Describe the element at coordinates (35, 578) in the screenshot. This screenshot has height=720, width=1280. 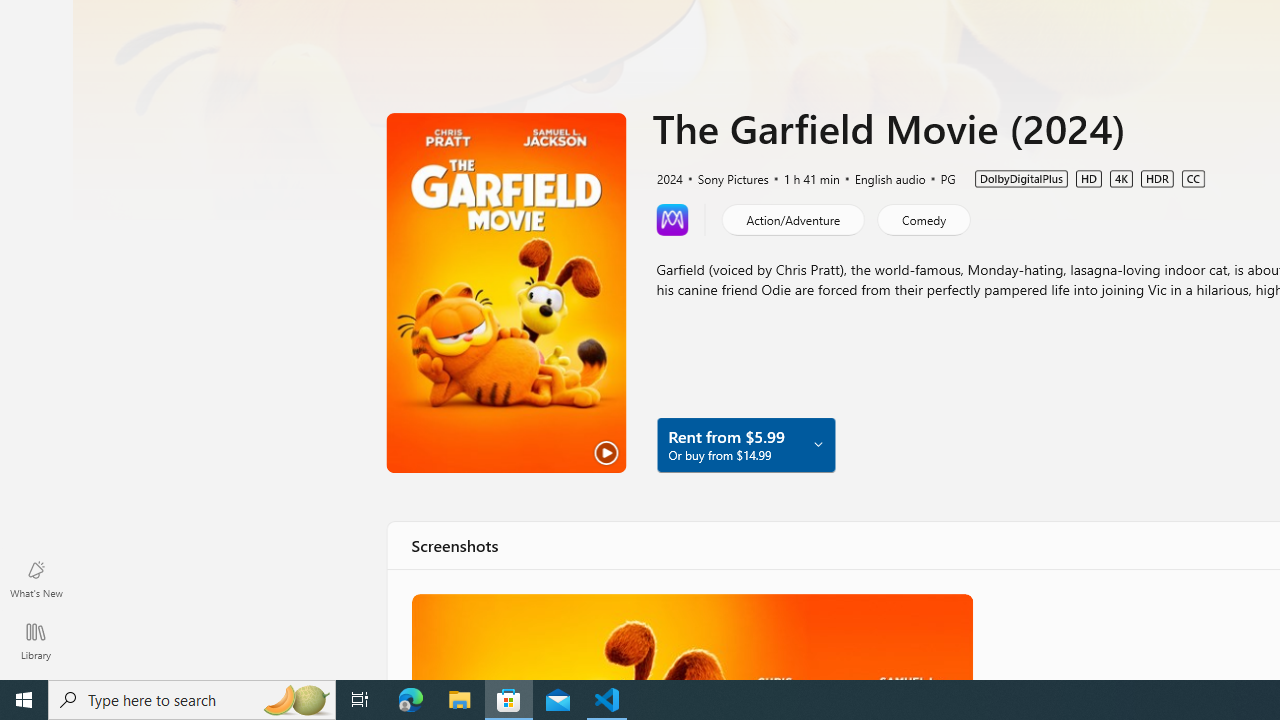
I see `'What'` at that location.